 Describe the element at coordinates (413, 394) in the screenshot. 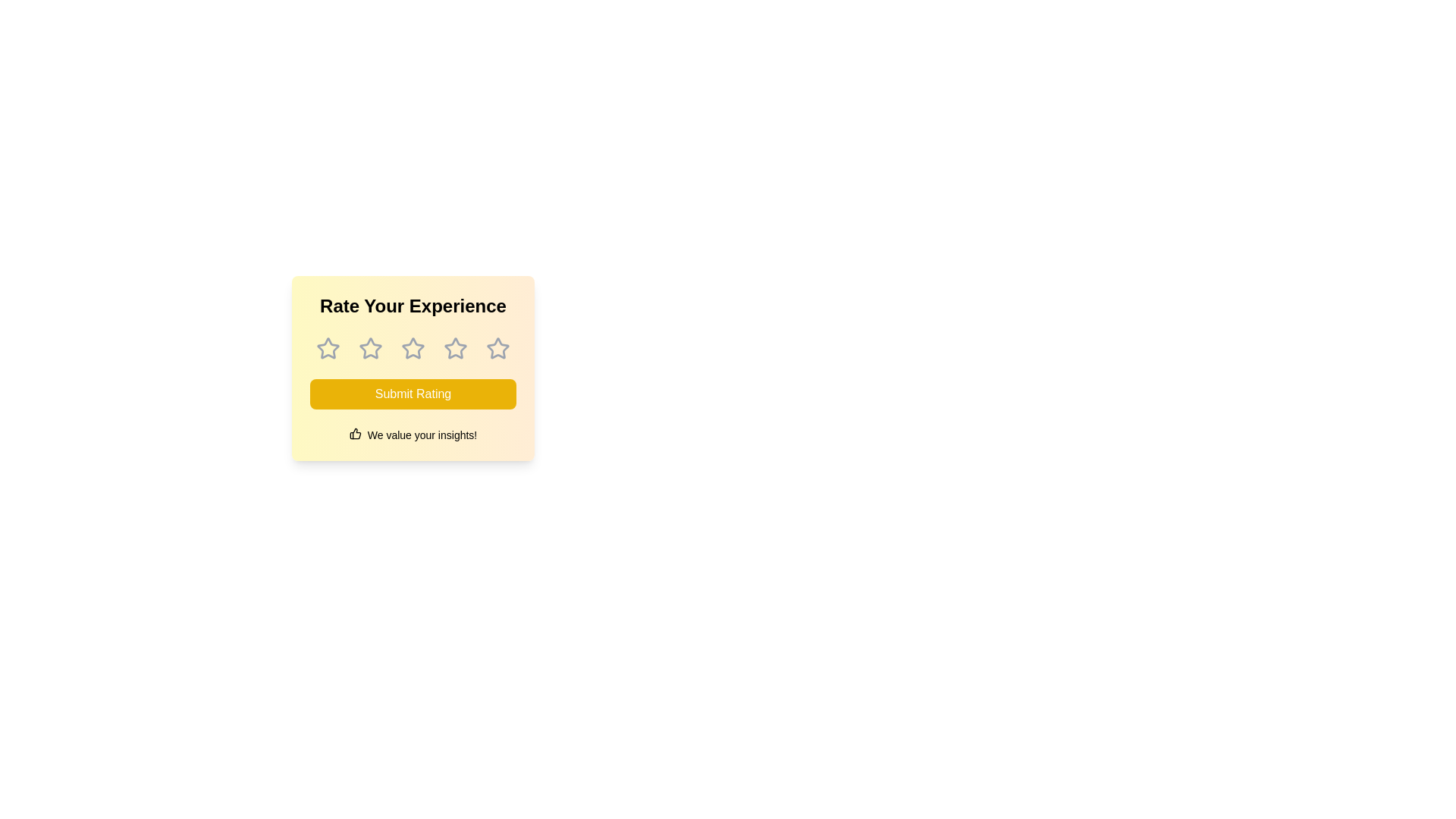

I see `the submit button located beneath the rating stars` at that location.